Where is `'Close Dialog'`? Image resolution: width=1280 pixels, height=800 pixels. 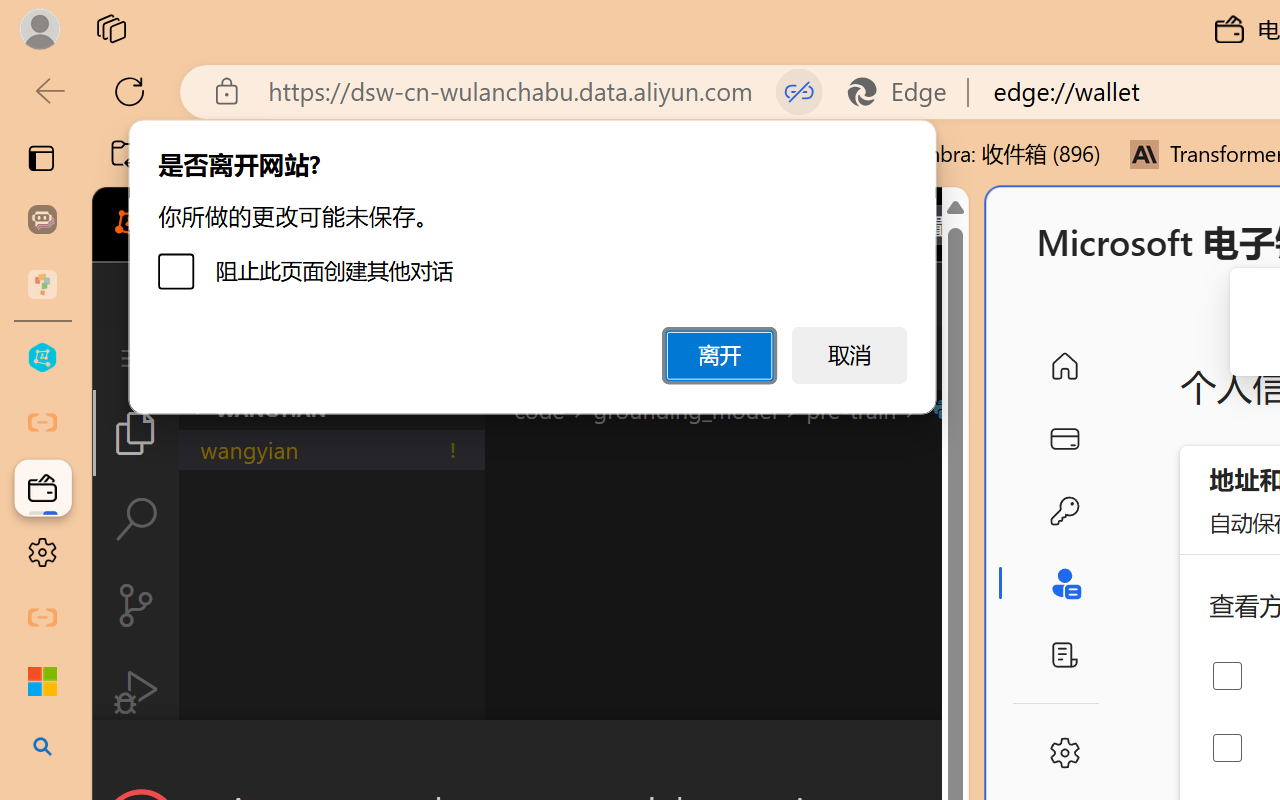
'Close Dialog' is located at coordinates (960, 756).